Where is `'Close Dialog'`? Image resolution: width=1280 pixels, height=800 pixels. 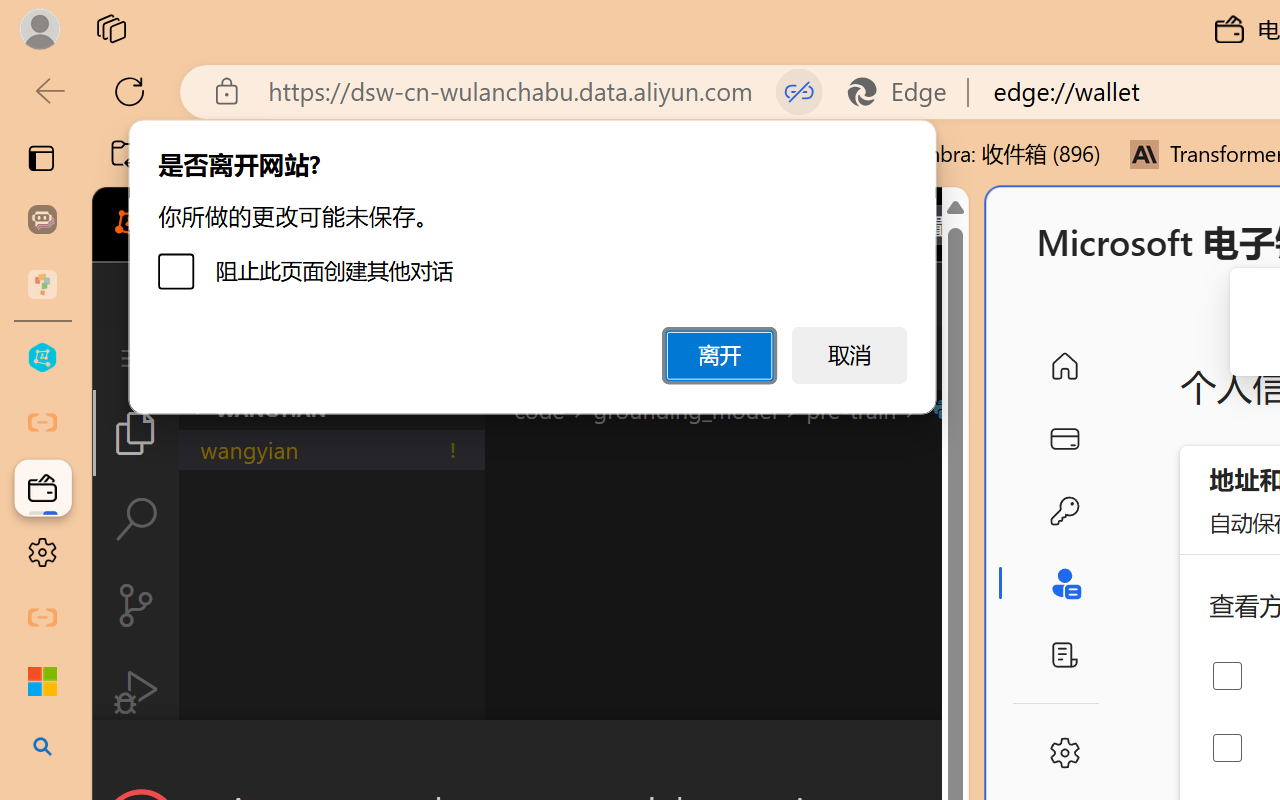
'Close Dialog' is located at coordinates (960, 756).